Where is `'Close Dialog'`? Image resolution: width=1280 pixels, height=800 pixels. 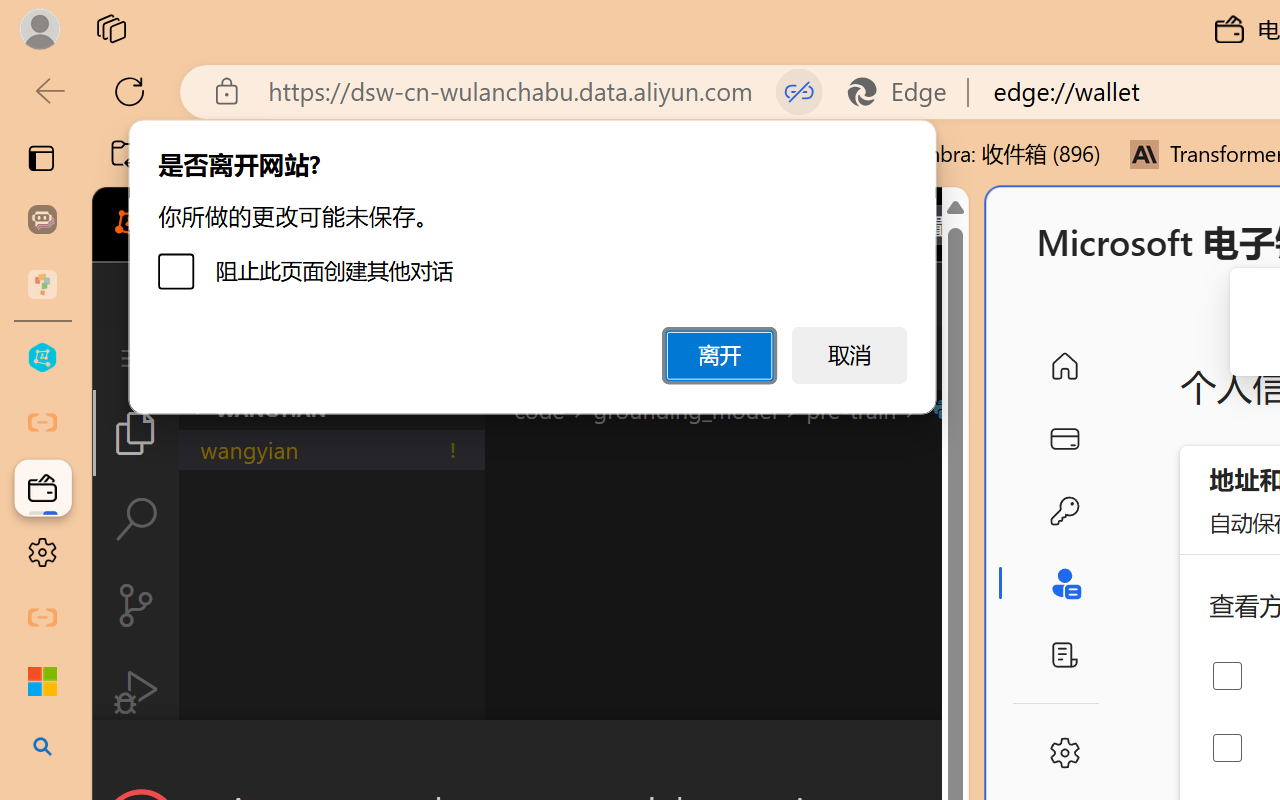
'Close Dialog' is located at coordinates (960, 756).